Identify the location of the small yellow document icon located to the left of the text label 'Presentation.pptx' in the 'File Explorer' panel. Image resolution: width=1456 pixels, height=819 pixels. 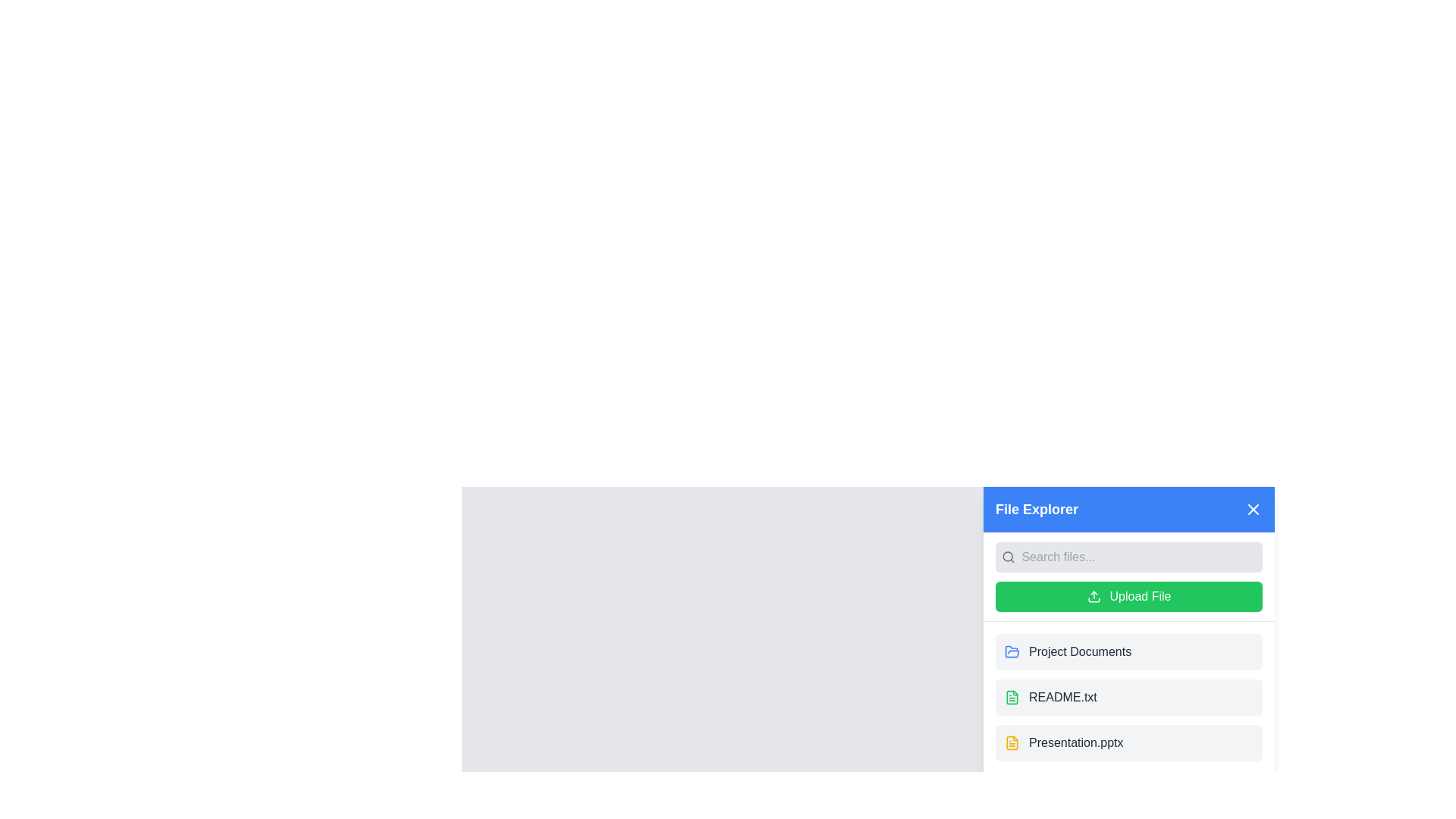
(1012, 742).